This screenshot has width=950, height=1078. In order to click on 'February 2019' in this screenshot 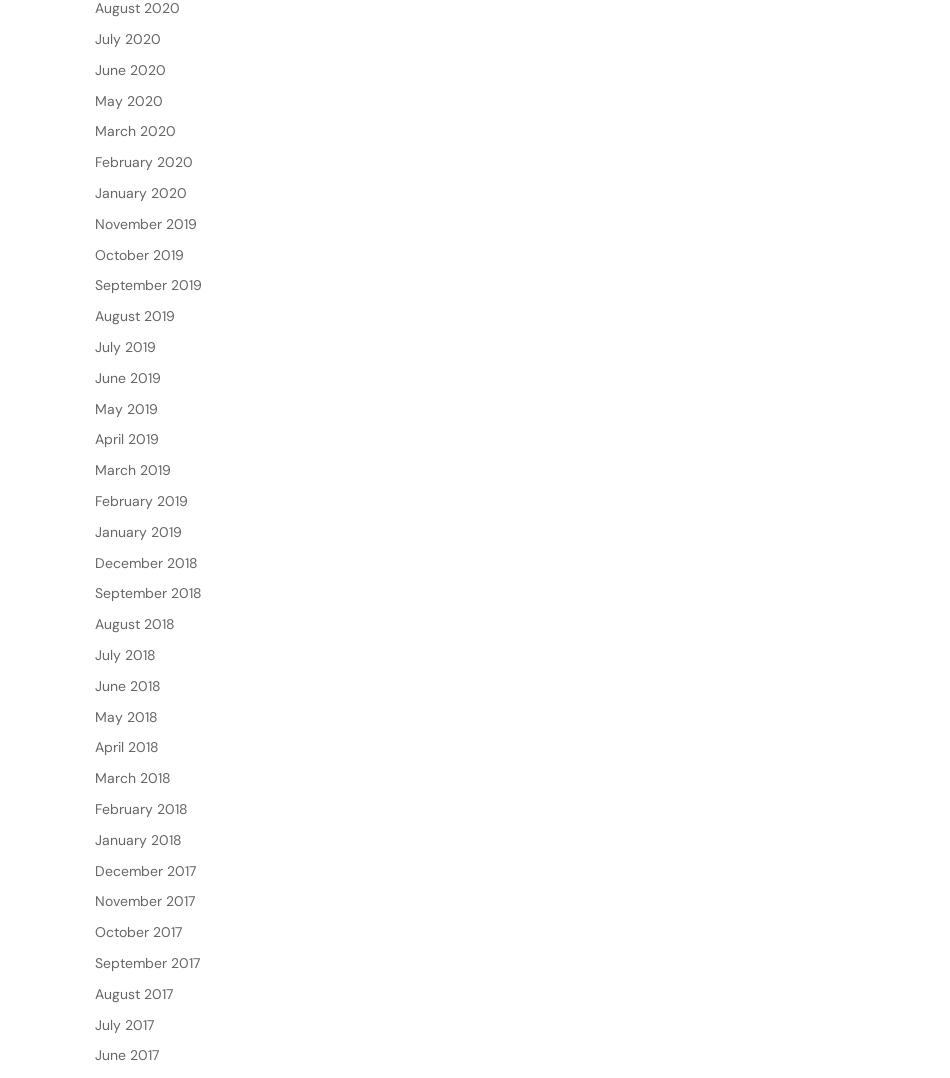, I will do `click(141, 563)`.